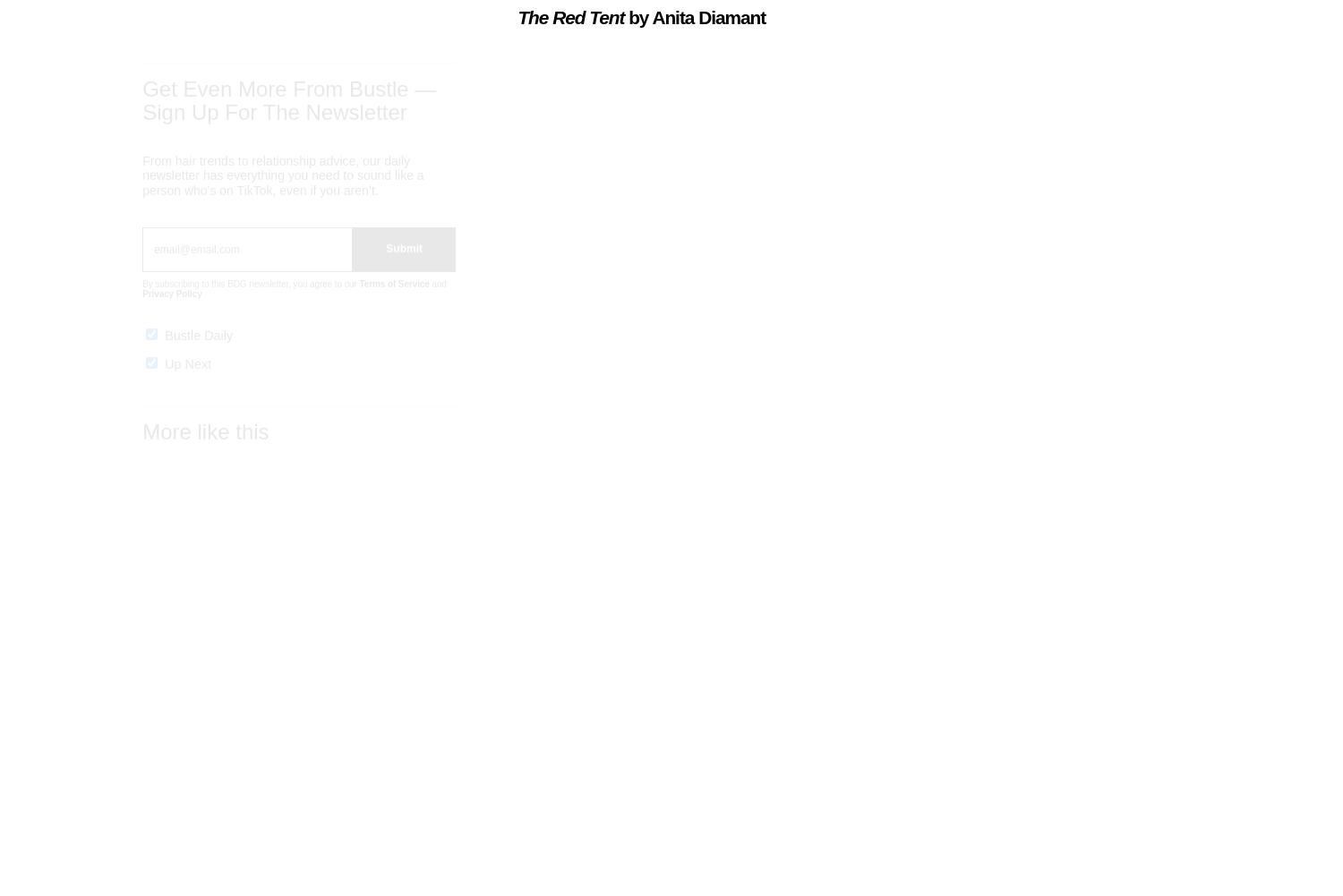 This screenshot has height=896, width=1343. What do you see at coordinates (204, 448) in the screenshot?
I see `'More like this'` at bounding box center [204, 448].